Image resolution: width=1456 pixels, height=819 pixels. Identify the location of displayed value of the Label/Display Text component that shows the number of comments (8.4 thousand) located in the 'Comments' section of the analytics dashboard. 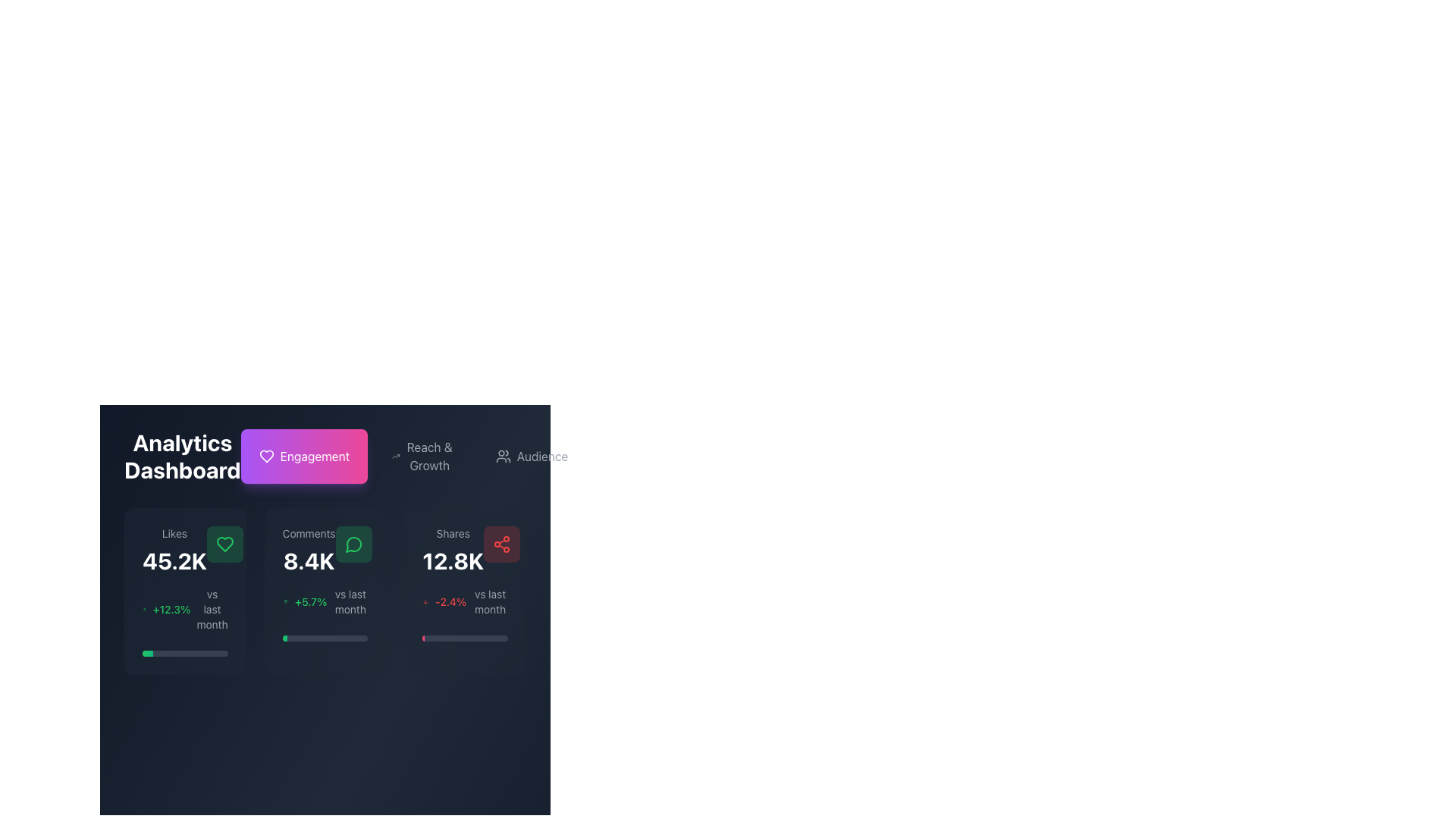
(308, 561).